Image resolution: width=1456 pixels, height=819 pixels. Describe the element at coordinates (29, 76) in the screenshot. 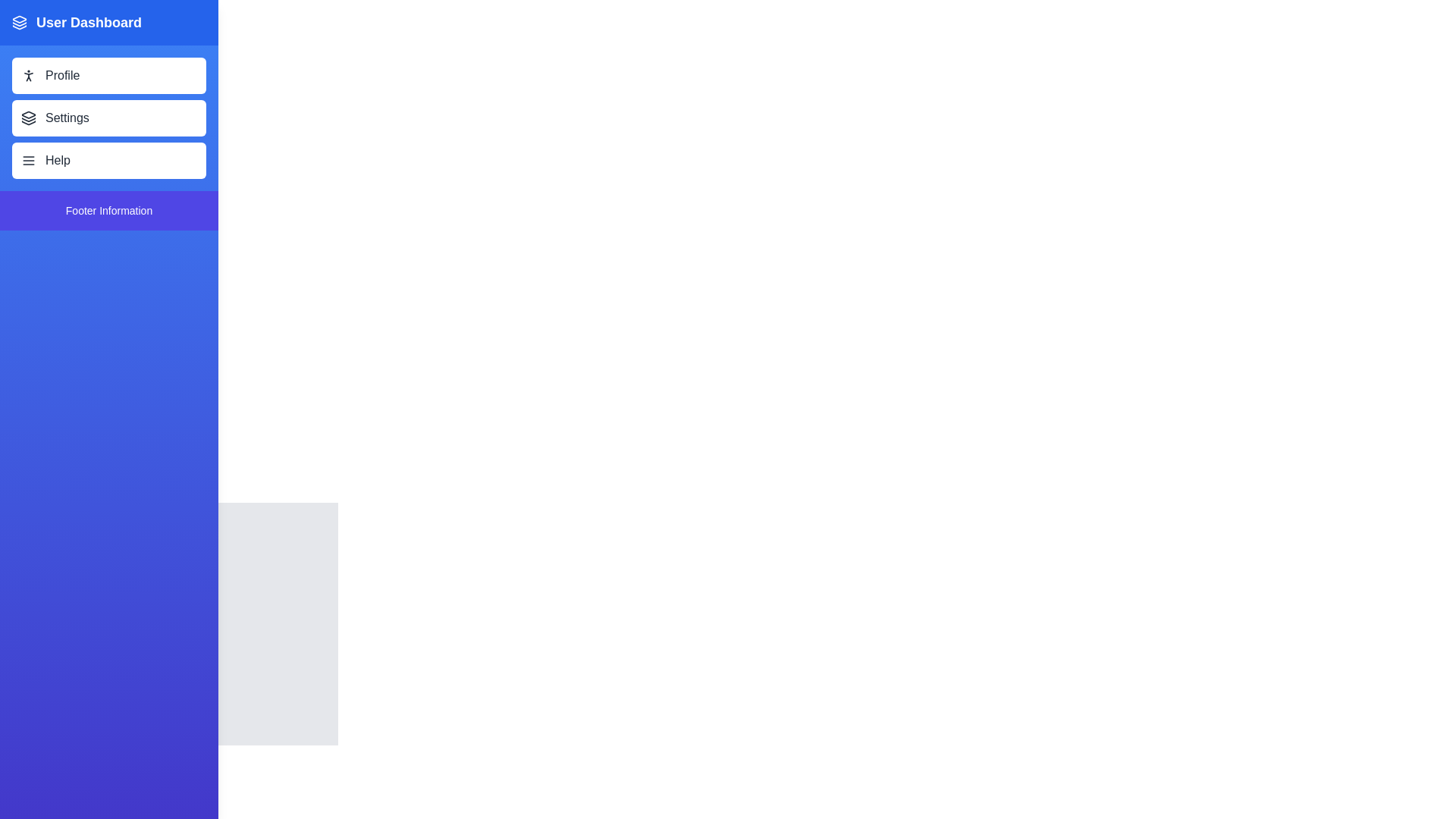

I see `the small 2D vector representation of a standing humanoid figure, which is the leftmost icon in the menu item labeled 'Profile' in the sidebar` at that location.